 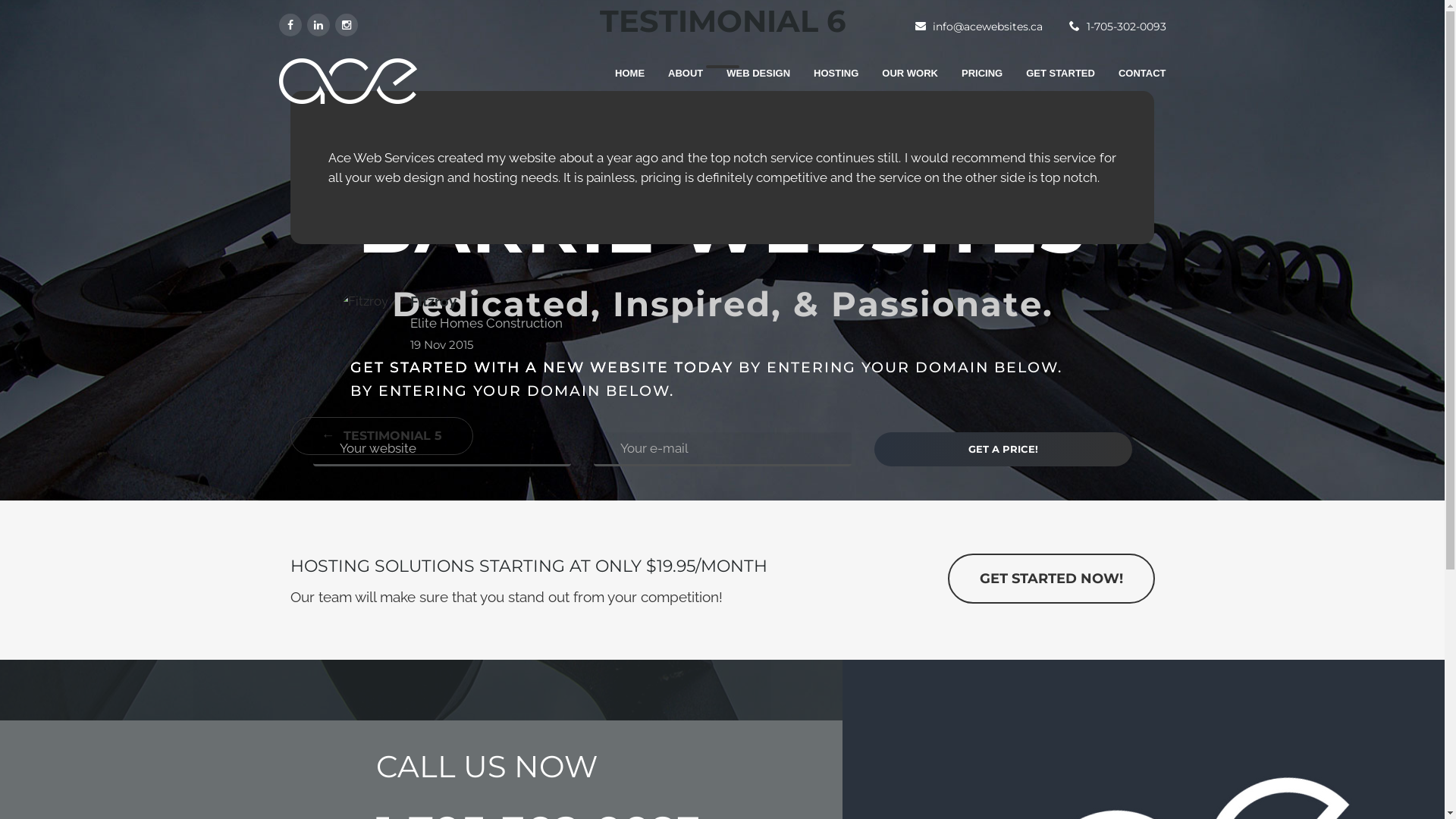 What do you see at coordinates (899, 81) in the screenshot?
I see `'OUR WORK'` at bounding box center [899, 81].